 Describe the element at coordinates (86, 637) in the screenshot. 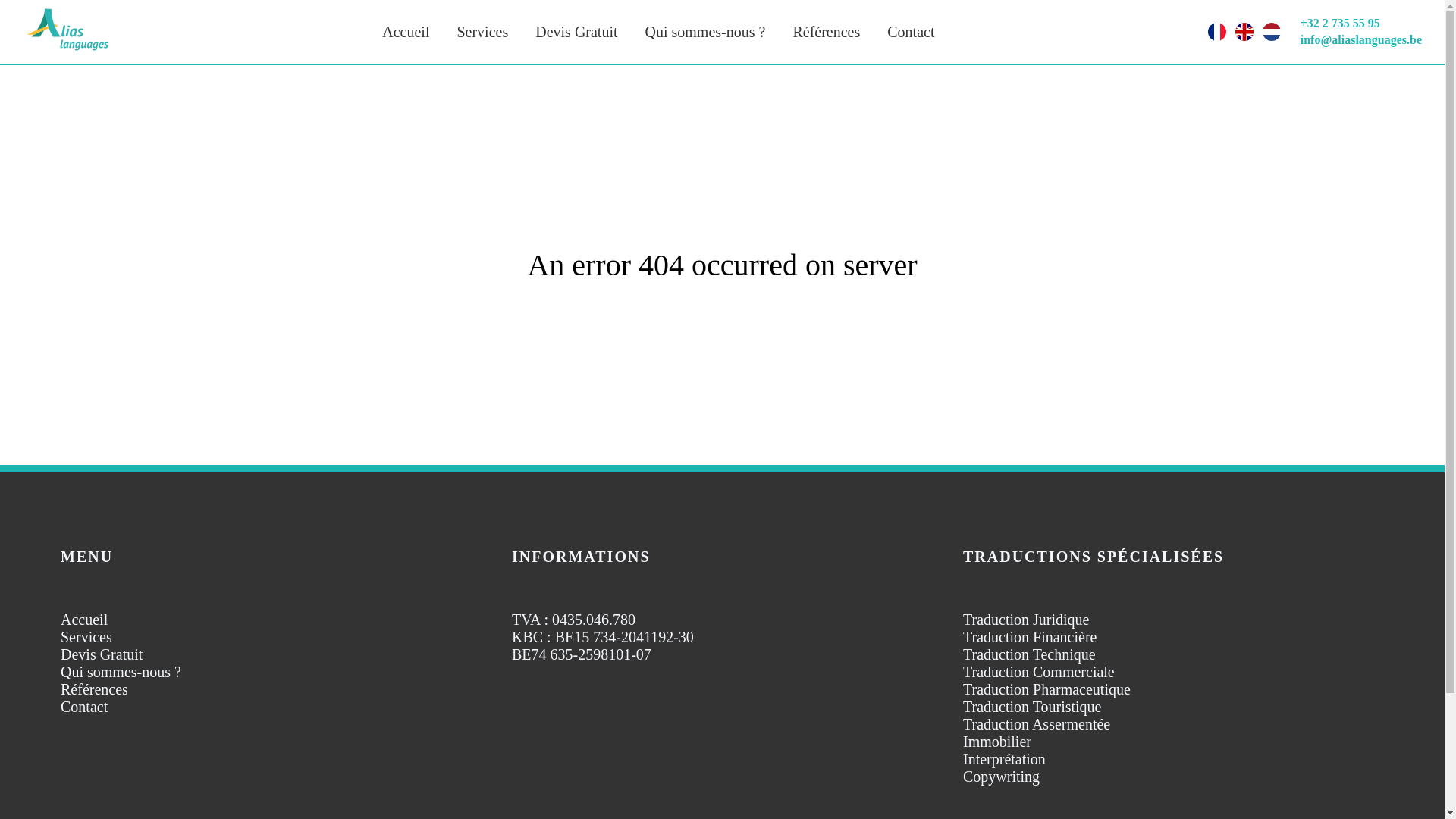

I see `'Services'` at that location.